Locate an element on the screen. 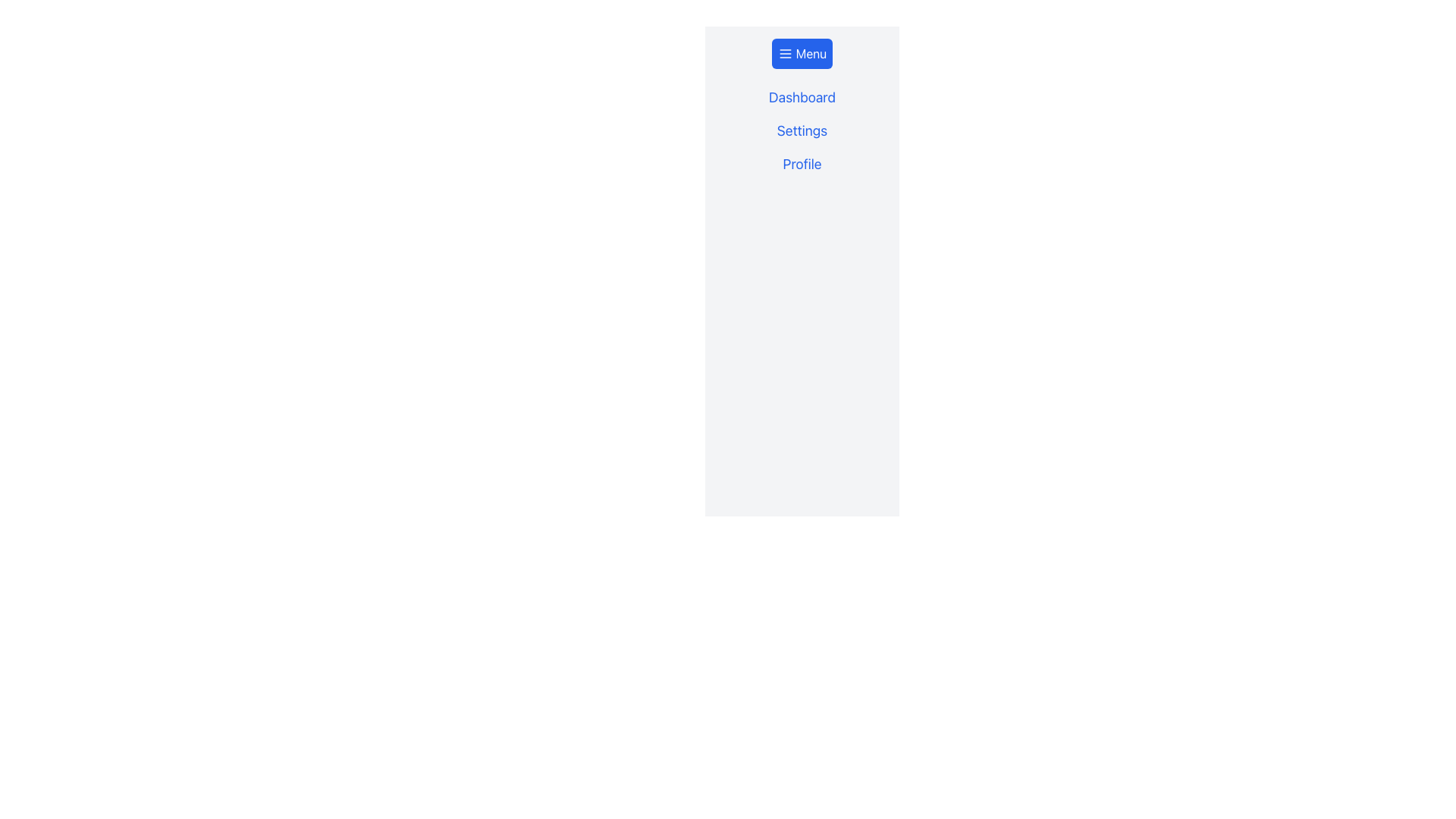 This screenshot has height=819, width=1456. the menu indicator icon located to the left of the blue 'Menu' button at the top of the vertical layout is located at coordinates (785, 52).